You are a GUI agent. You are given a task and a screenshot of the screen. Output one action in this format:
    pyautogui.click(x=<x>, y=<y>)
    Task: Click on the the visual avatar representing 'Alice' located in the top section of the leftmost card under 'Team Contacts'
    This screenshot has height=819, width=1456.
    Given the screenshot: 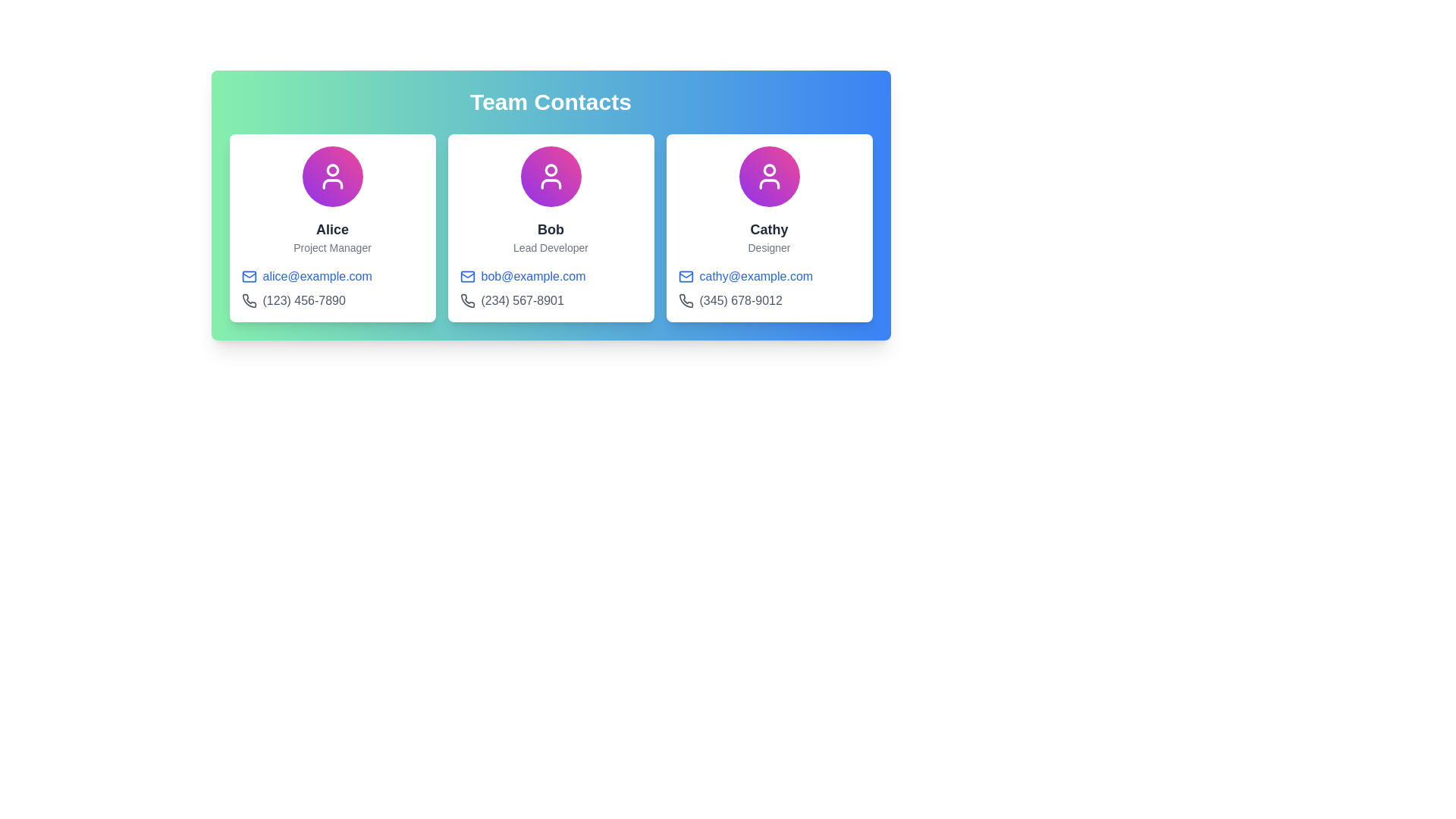 What is the action you would take?
    pyautogui.click(x=331, y=175)
    